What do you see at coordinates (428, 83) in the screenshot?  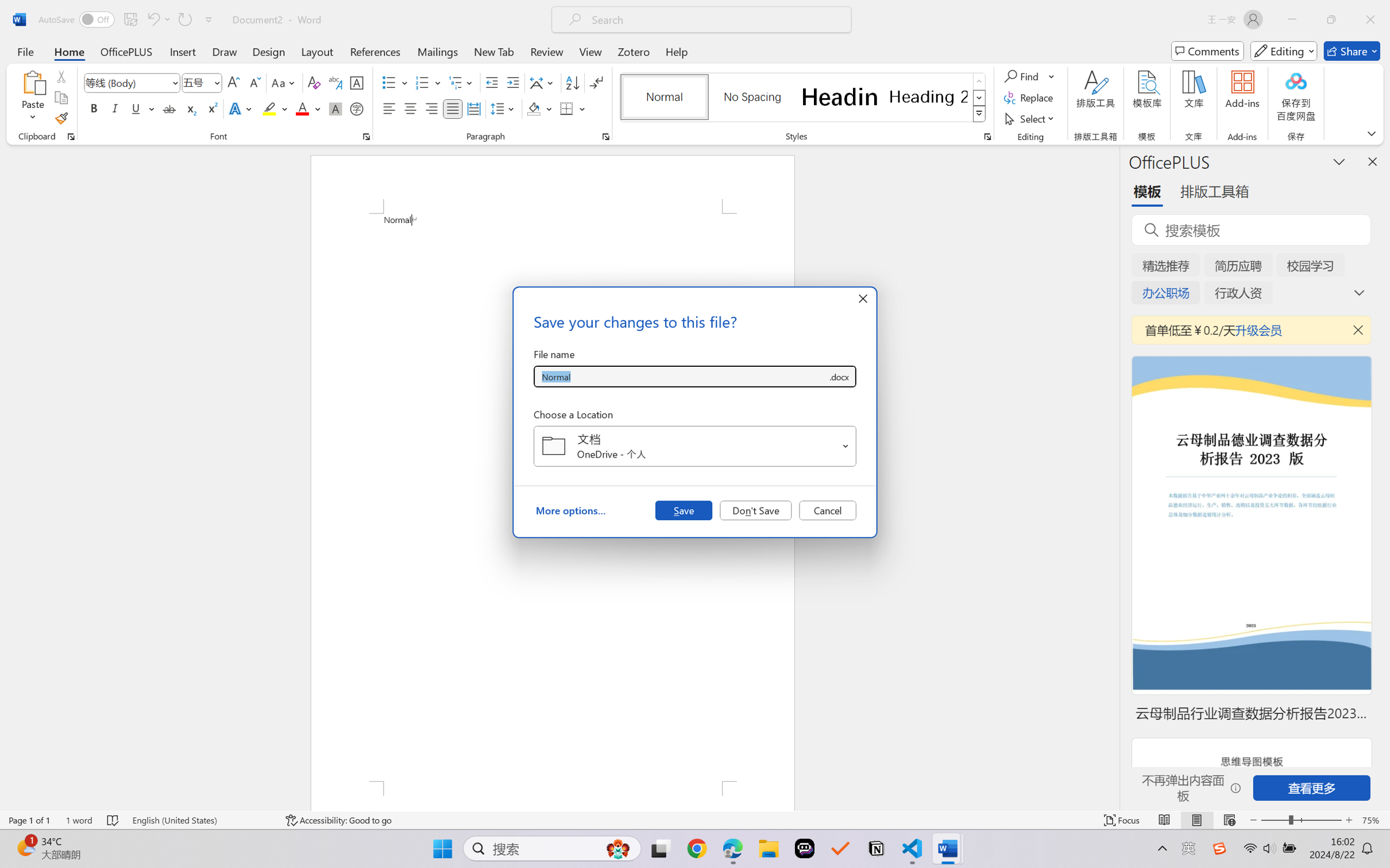 I see `'Numbering'` at bounding box center [428, 83].